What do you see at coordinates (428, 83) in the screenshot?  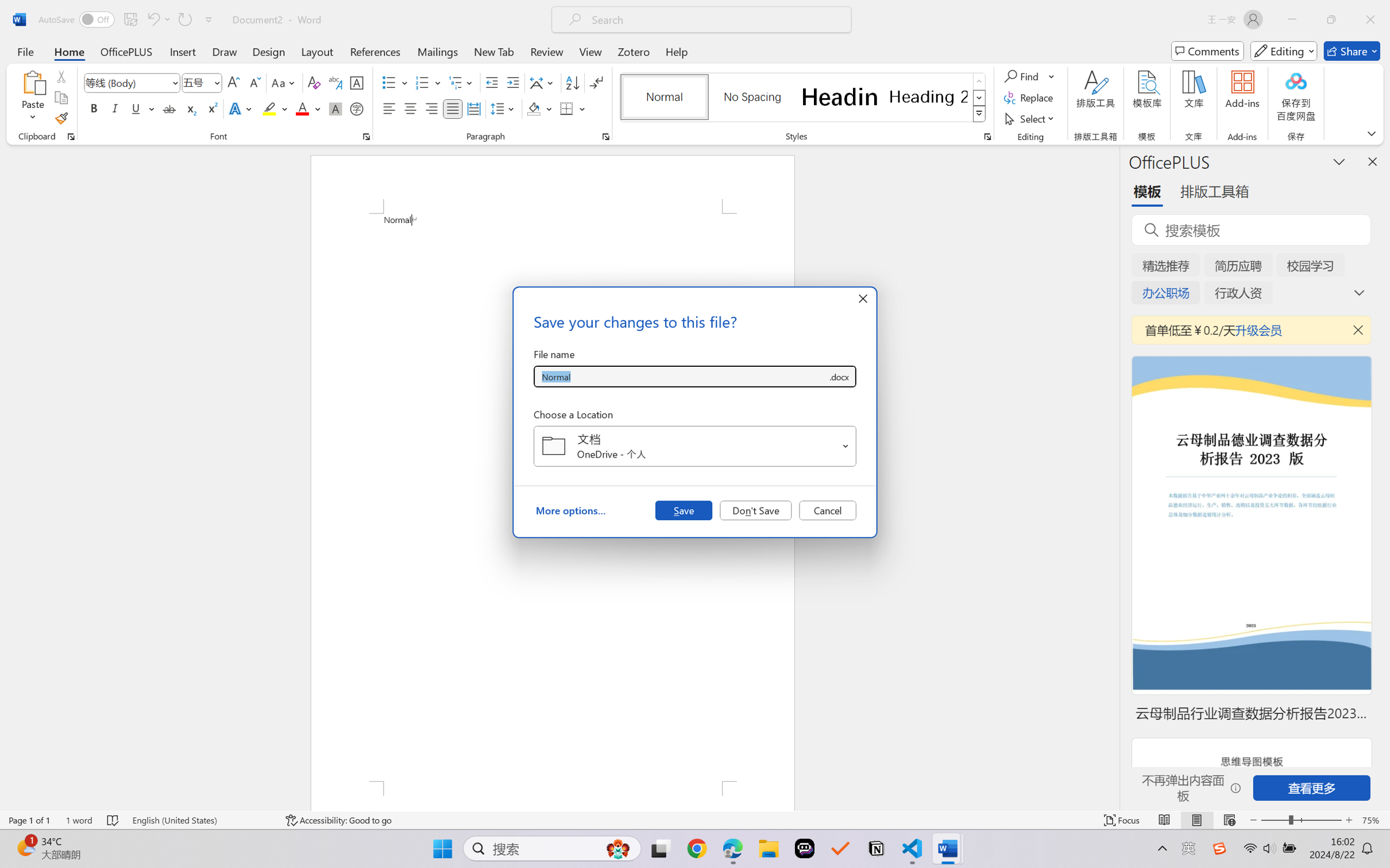 I see `'Numbering'` at bounding box center [428, 83].